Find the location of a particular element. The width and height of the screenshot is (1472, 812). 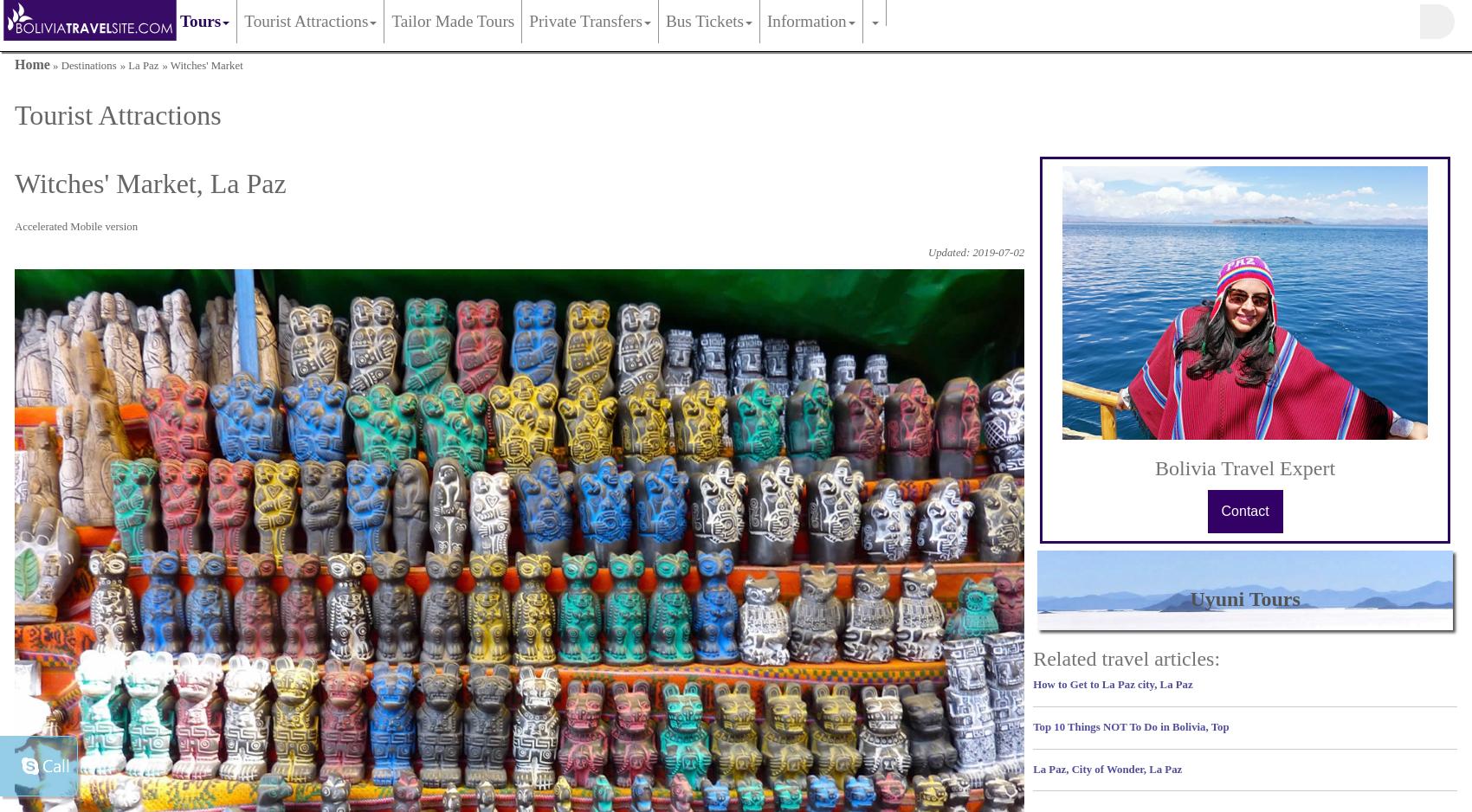

'La Paz' is located at coordinates (142, 65).